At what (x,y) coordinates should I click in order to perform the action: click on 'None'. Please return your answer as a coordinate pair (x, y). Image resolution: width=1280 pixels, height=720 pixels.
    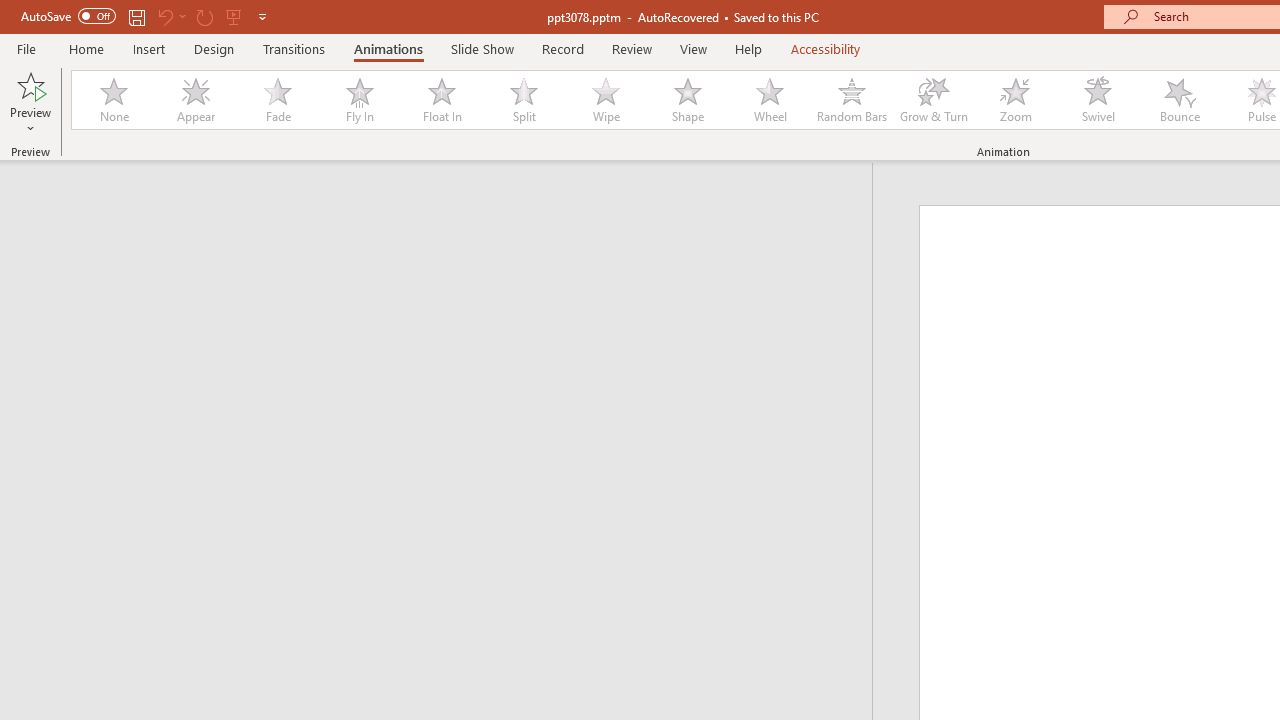
    Looking at the image, I should click on (112, 100).